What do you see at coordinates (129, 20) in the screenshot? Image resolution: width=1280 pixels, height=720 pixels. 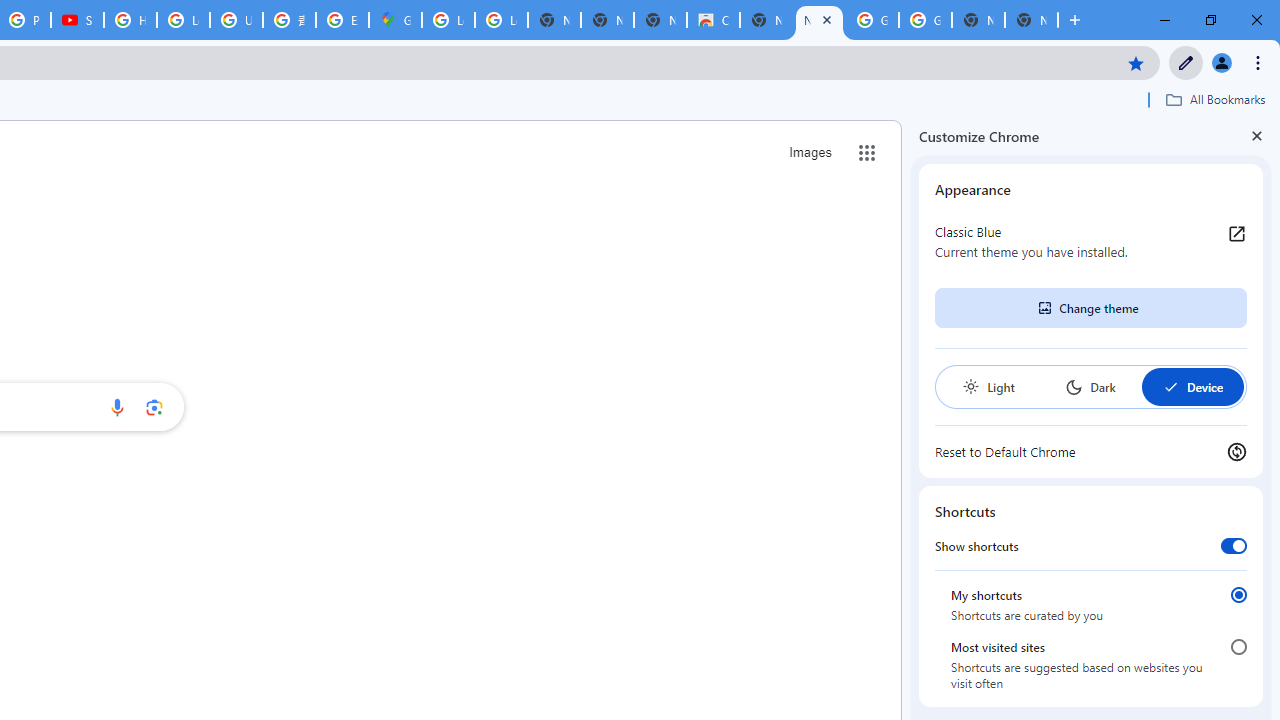 I see `'How Chrome protects your passwords - Google Chrome Help'` at bounding box center [129, 20].